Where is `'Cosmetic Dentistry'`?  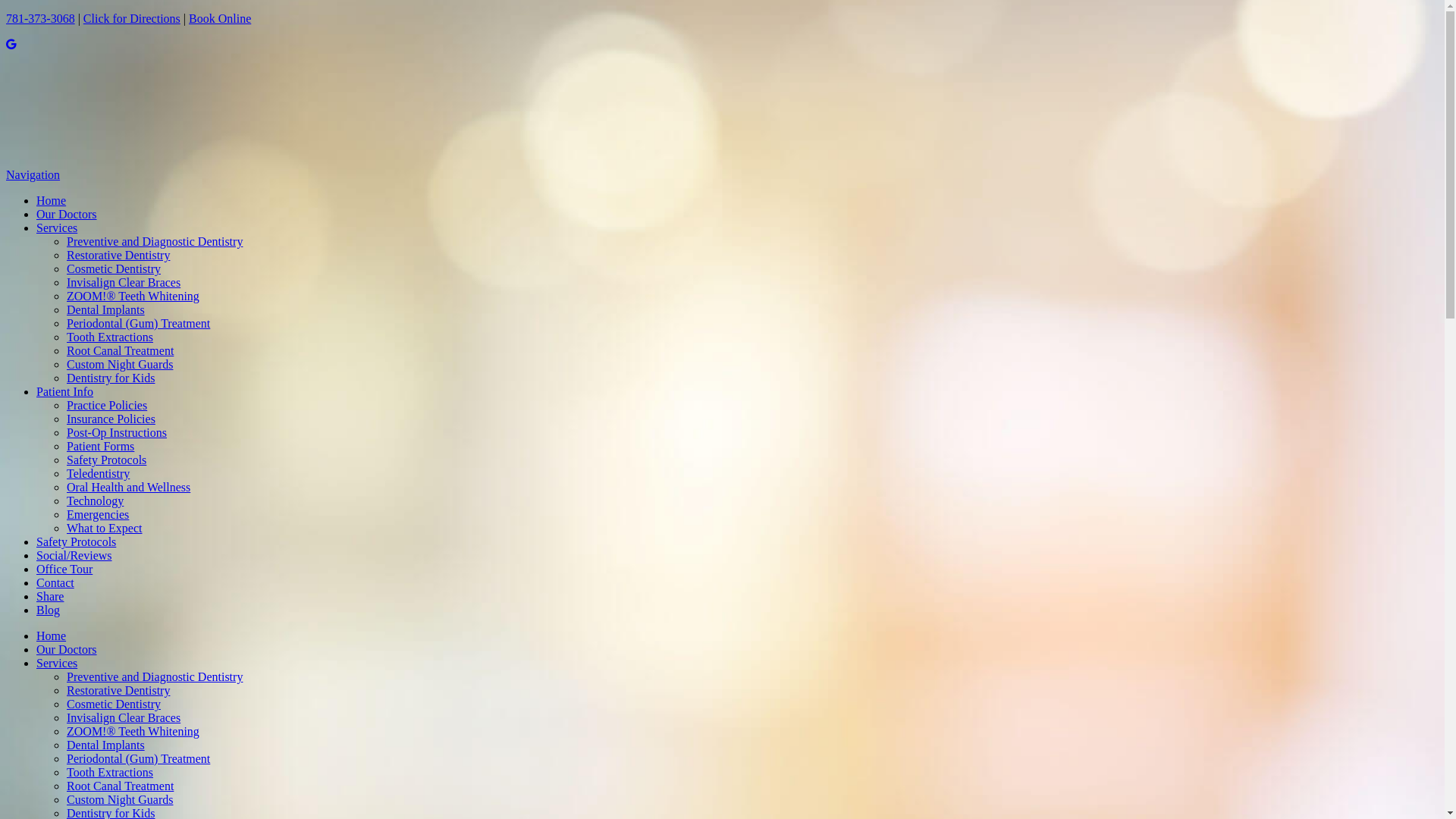
'Cosmetic Dentistry' is located at coordinates (65, 704).